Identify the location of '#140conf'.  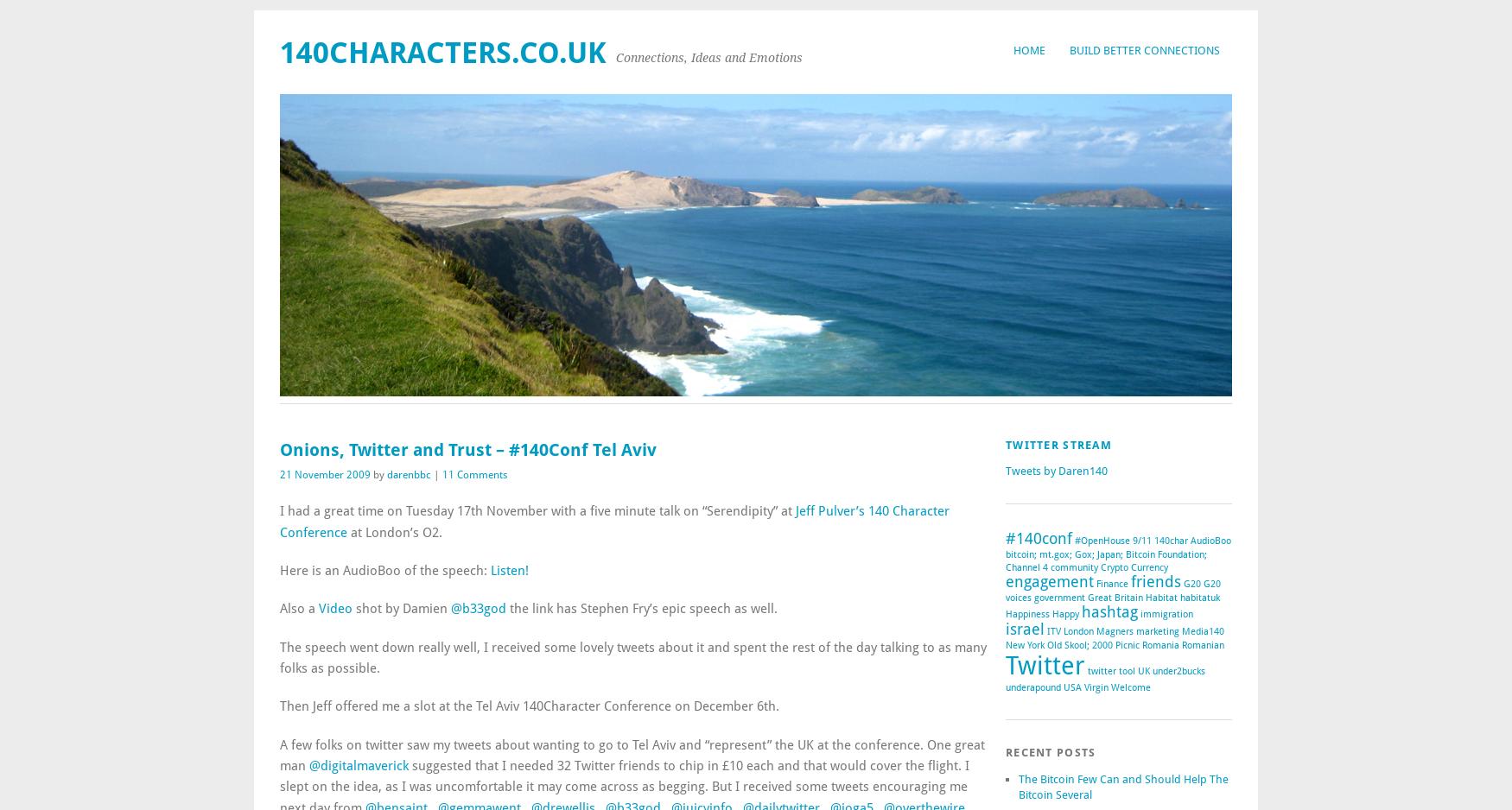
(1004, 538).